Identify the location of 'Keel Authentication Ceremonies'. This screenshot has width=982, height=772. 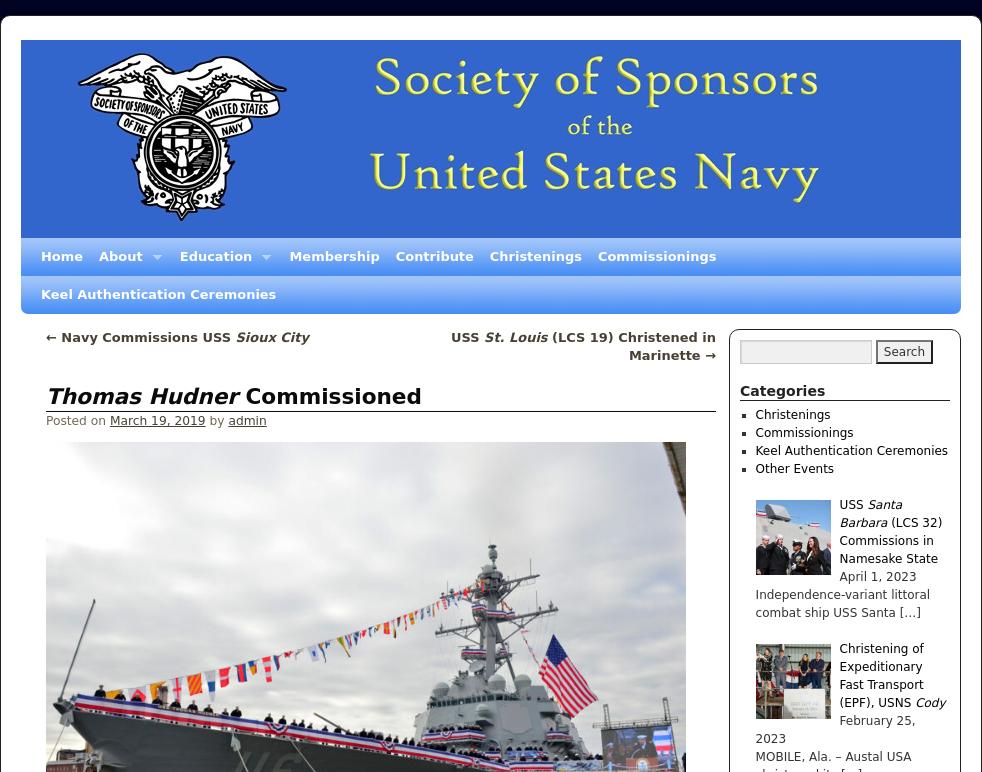
(851, 451).